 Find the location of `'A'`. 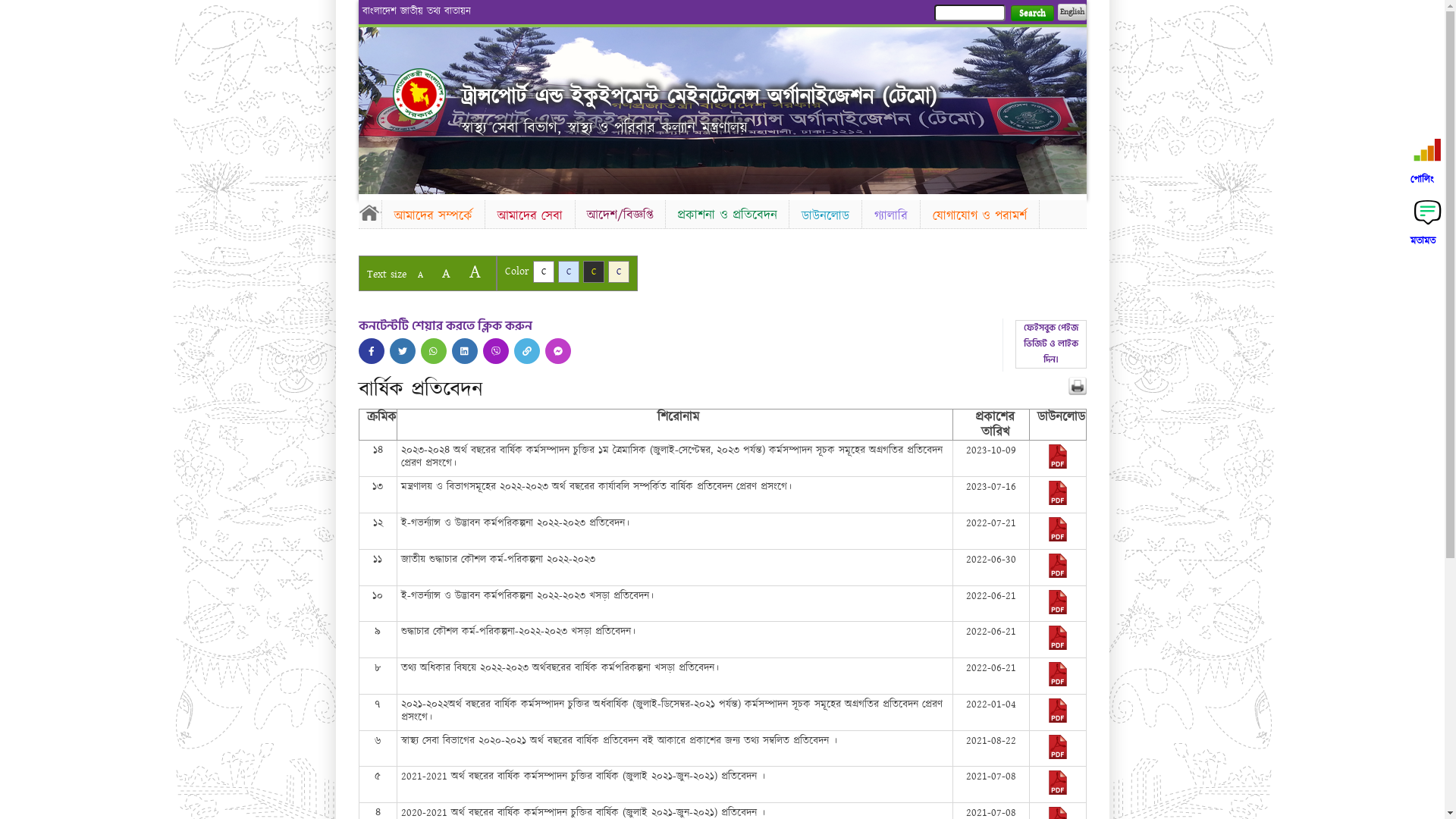

'A' is located at coordinates (444, 273).